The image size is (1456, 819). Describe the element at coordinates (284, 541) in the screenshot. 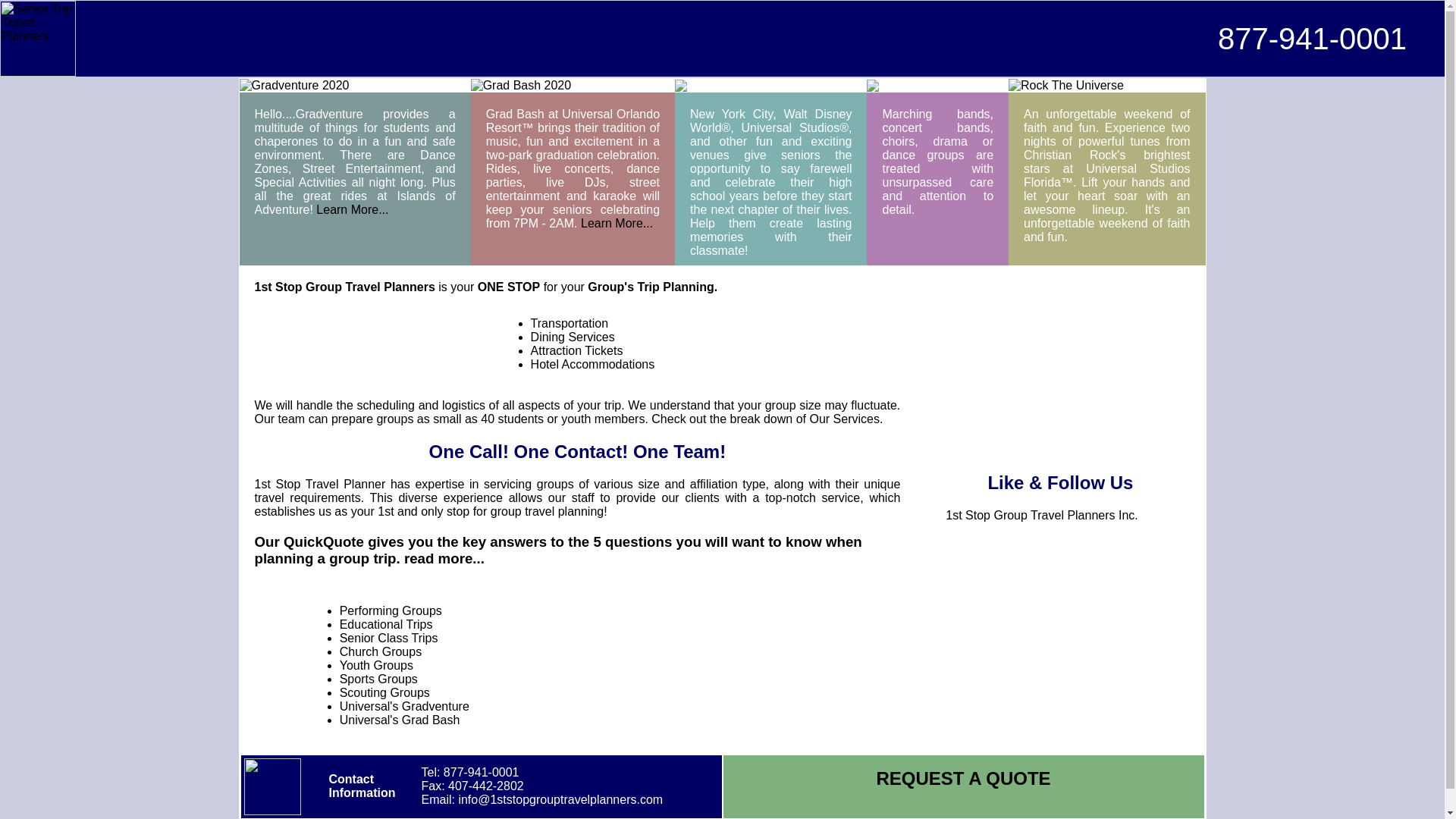

I see `'QuickQuote'` at that location.